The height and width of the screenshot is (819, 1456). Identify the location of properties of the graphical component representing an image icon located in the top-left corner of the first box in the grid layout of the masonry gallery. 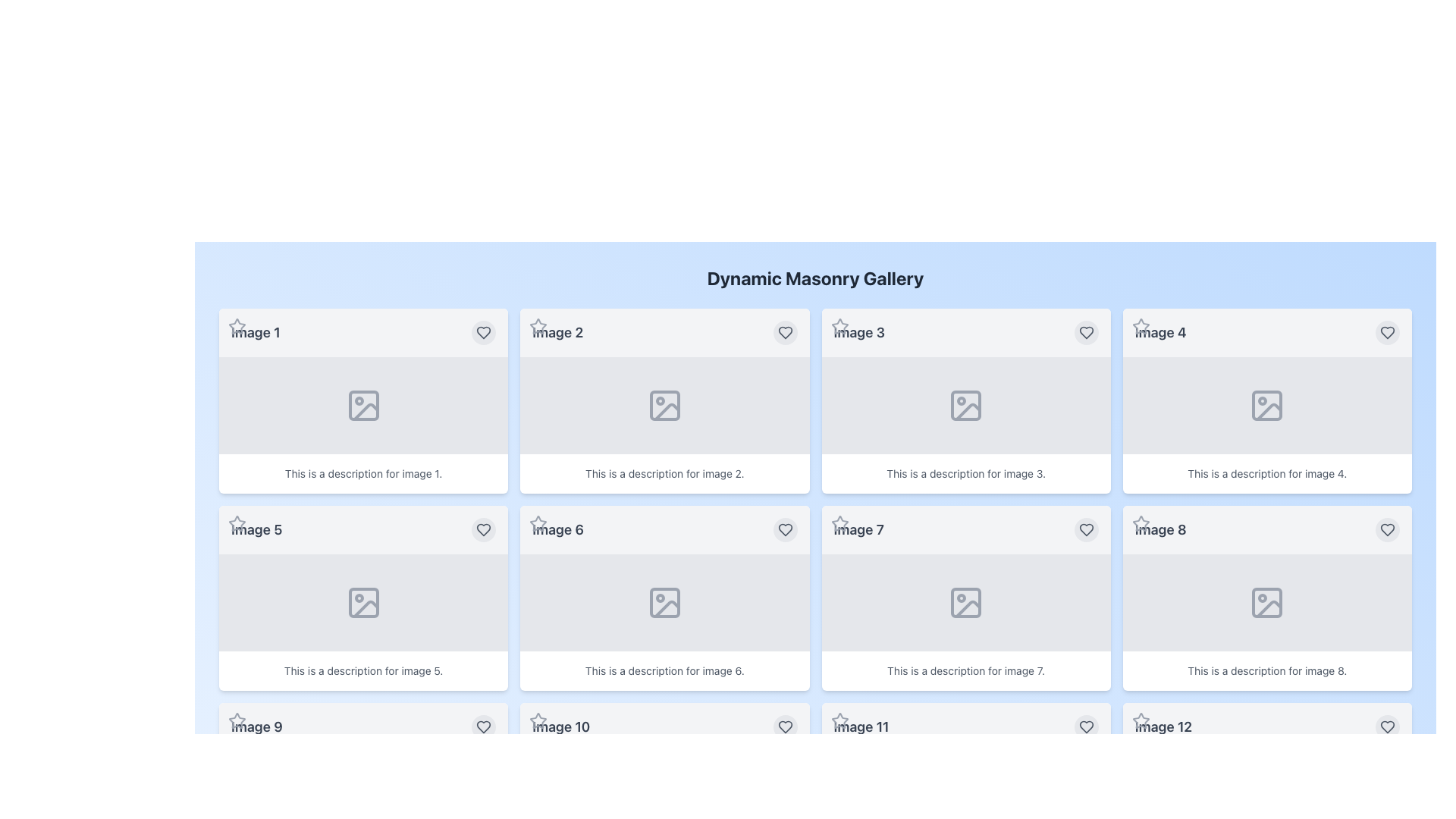
(362, 405).